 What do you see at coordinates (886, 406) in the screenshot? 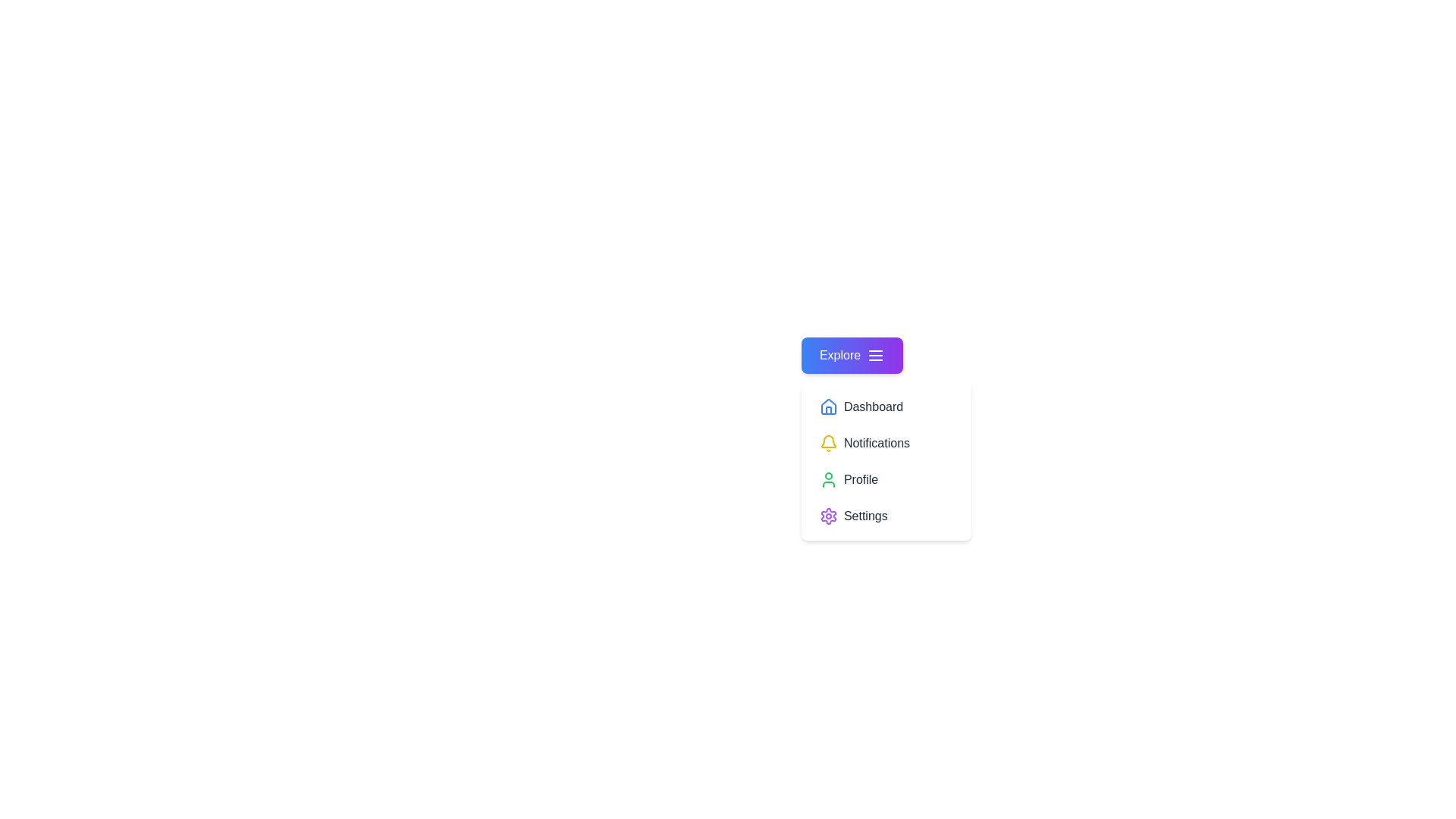
I see `the 'Dashboard' option in the menu` at bounding box center [886, 406].